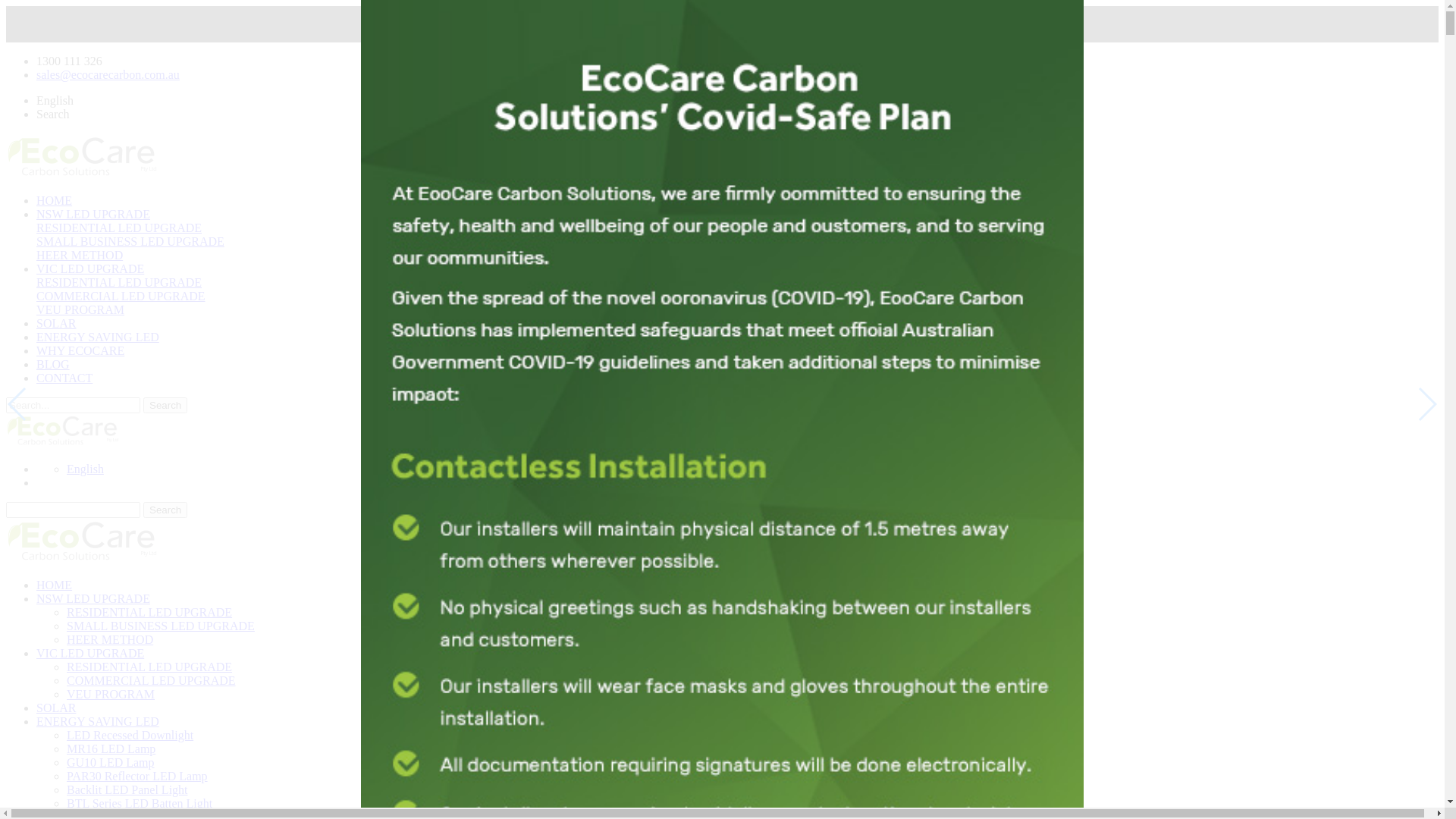  Describe the element at coordinates (109, 694) in the screenshot. I see `'VEU PROGRAM'` at that location.